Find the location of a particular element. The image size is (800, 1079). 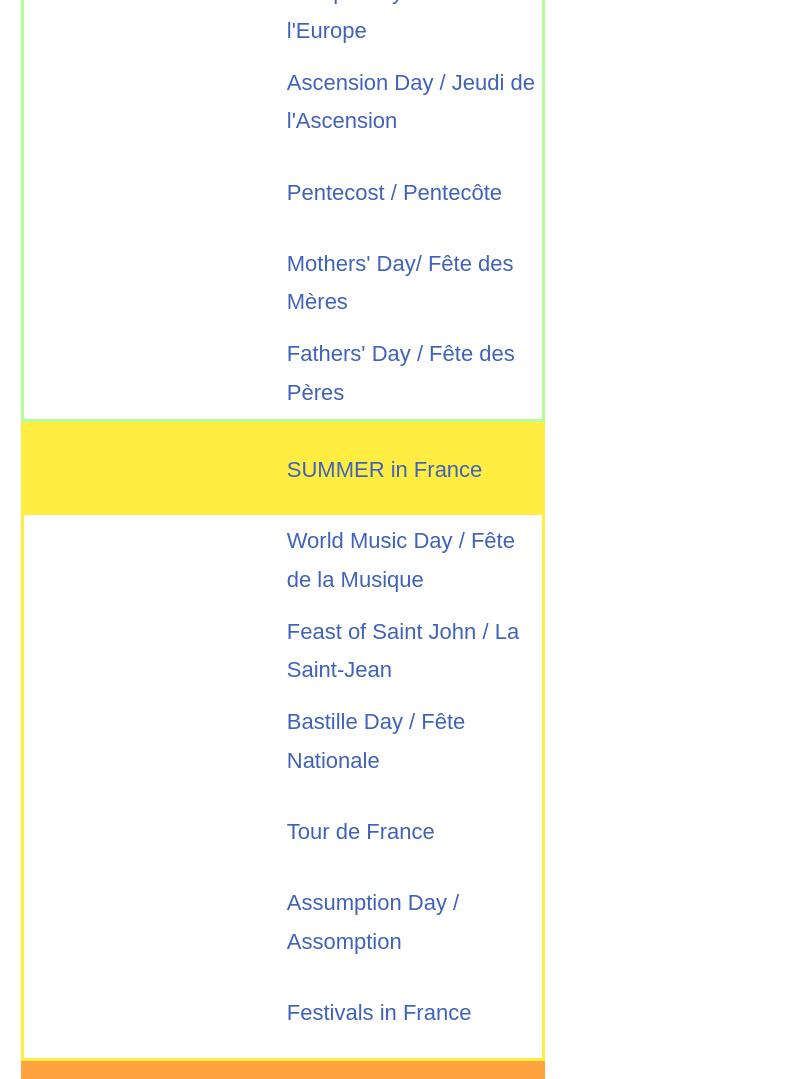

'Mothers' Day/ Fête des Mères' is located at coordinates (398, 282).